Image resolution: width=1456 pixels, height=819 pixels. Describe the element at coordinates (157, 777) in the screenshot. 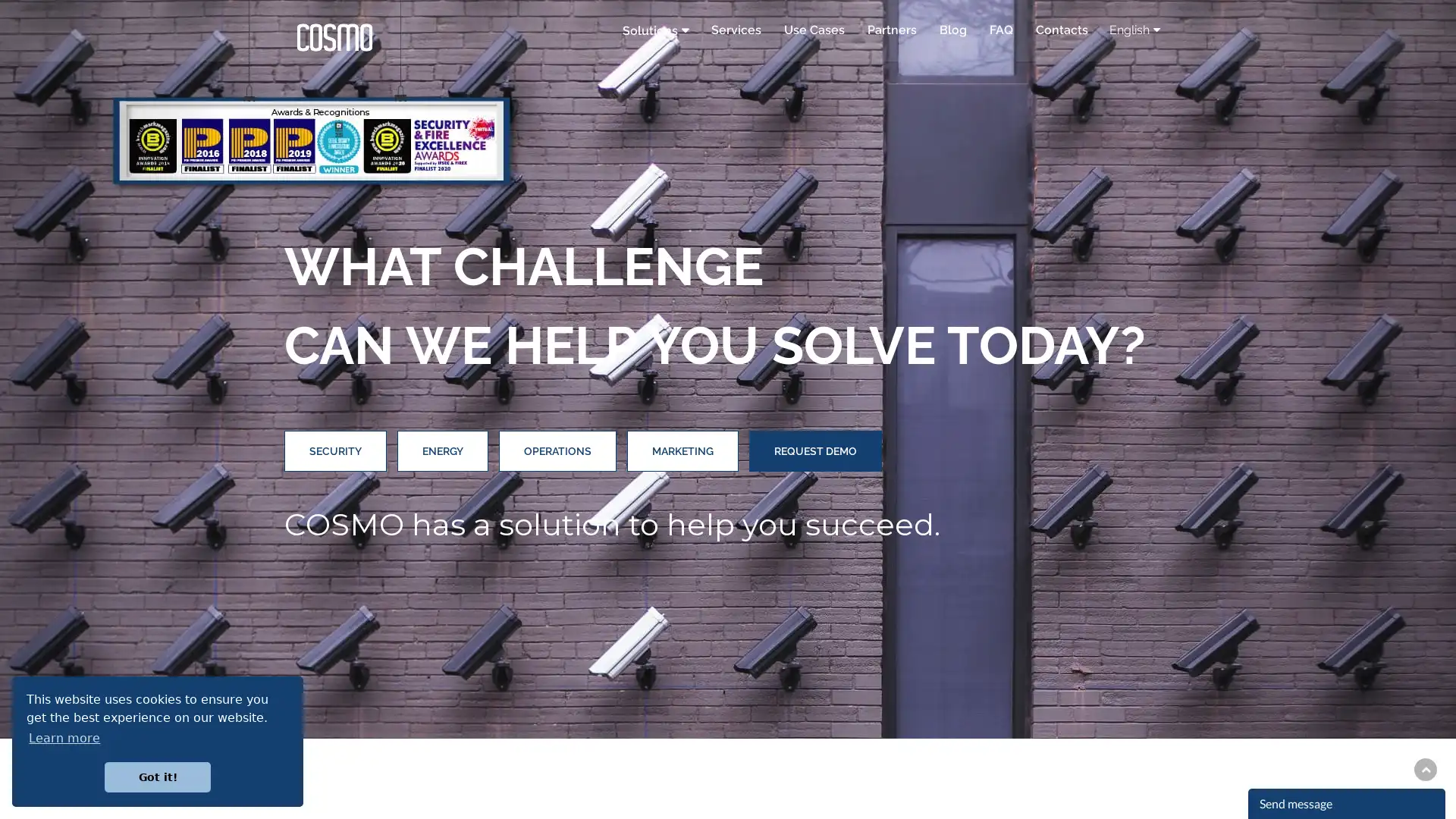

I see `dismiss cookie message` at that location.